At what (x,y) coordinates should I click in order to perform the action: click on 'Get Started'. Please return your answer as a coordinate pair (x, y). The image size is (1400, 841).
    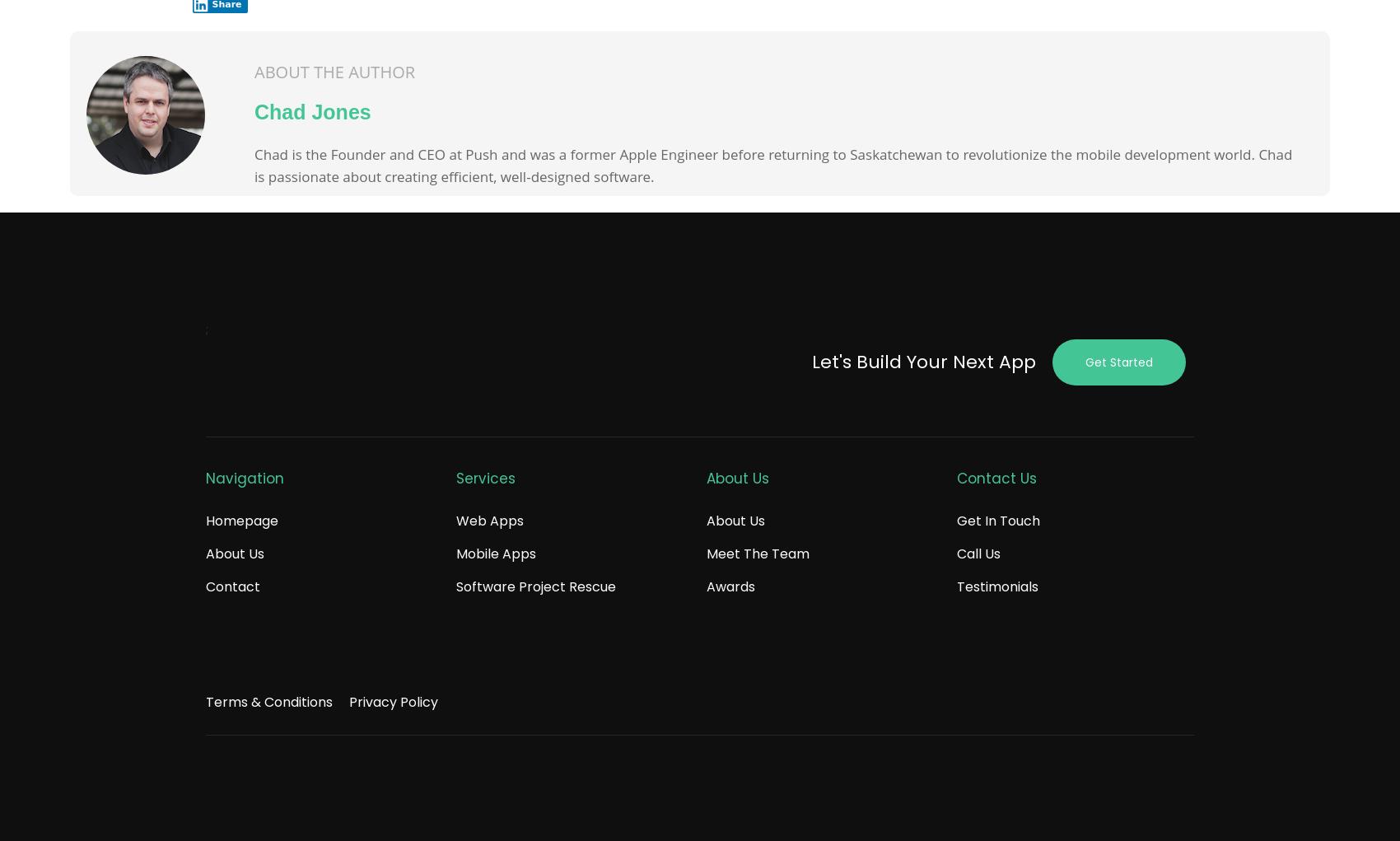
    Looking at the image, I should click on (1118, 362).